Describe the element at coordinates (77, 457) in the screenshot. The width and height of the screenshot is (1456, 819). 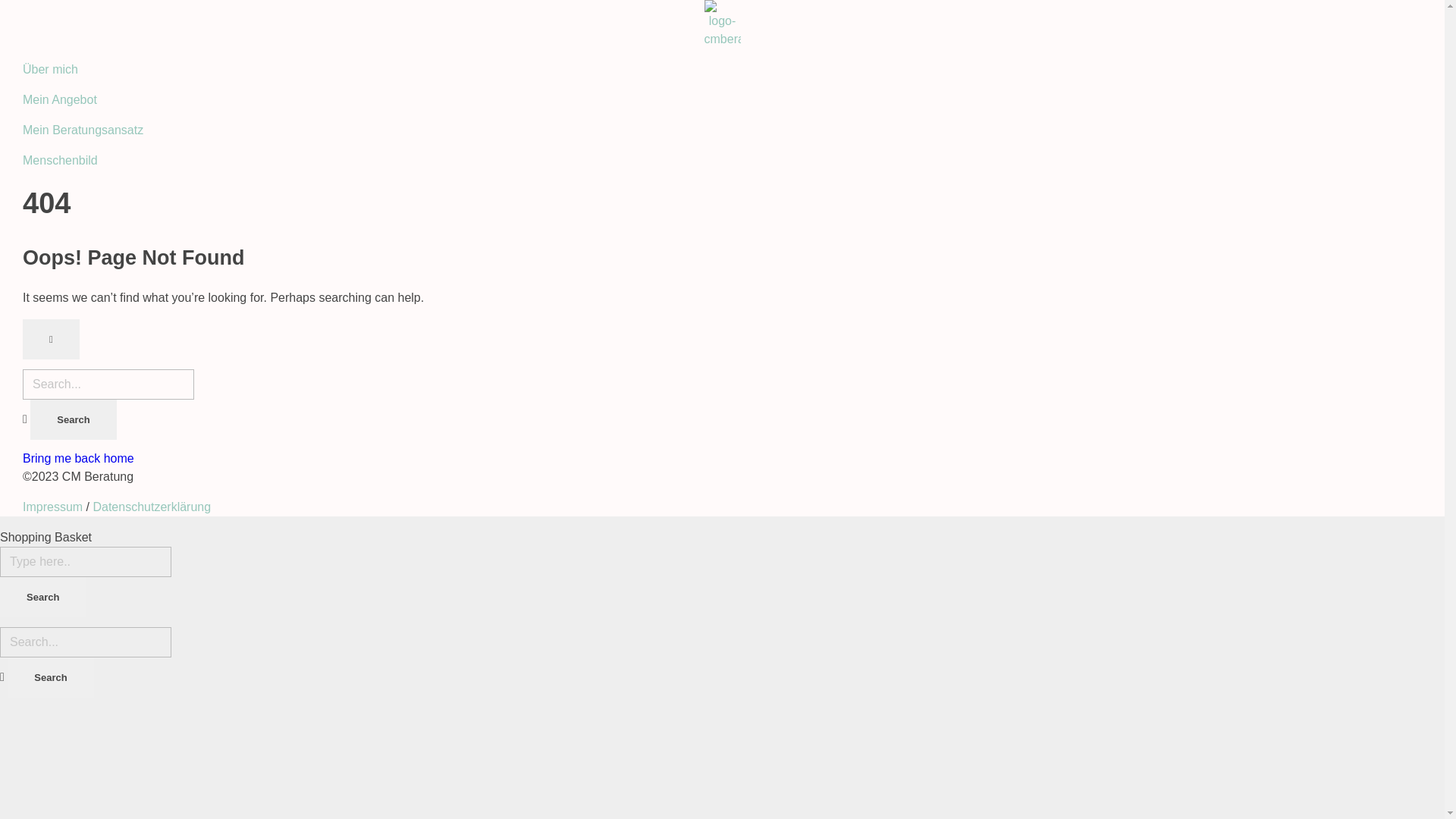
I see `'Bring me back home'` at that location.